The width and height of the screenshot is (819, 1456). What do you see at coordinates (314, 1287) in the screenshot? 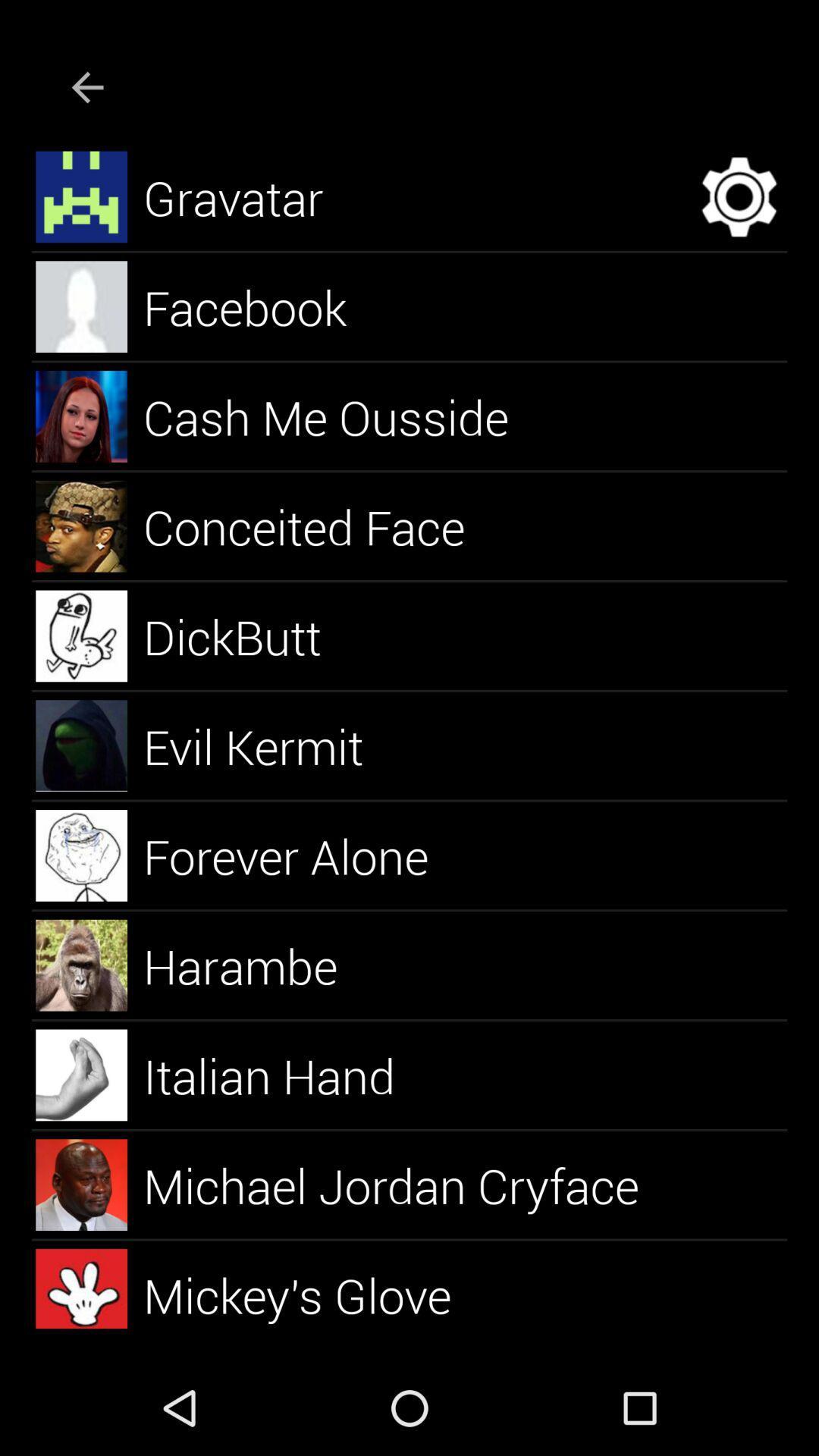
I see `the mickey's glove` at bounding box center [314, 1287].